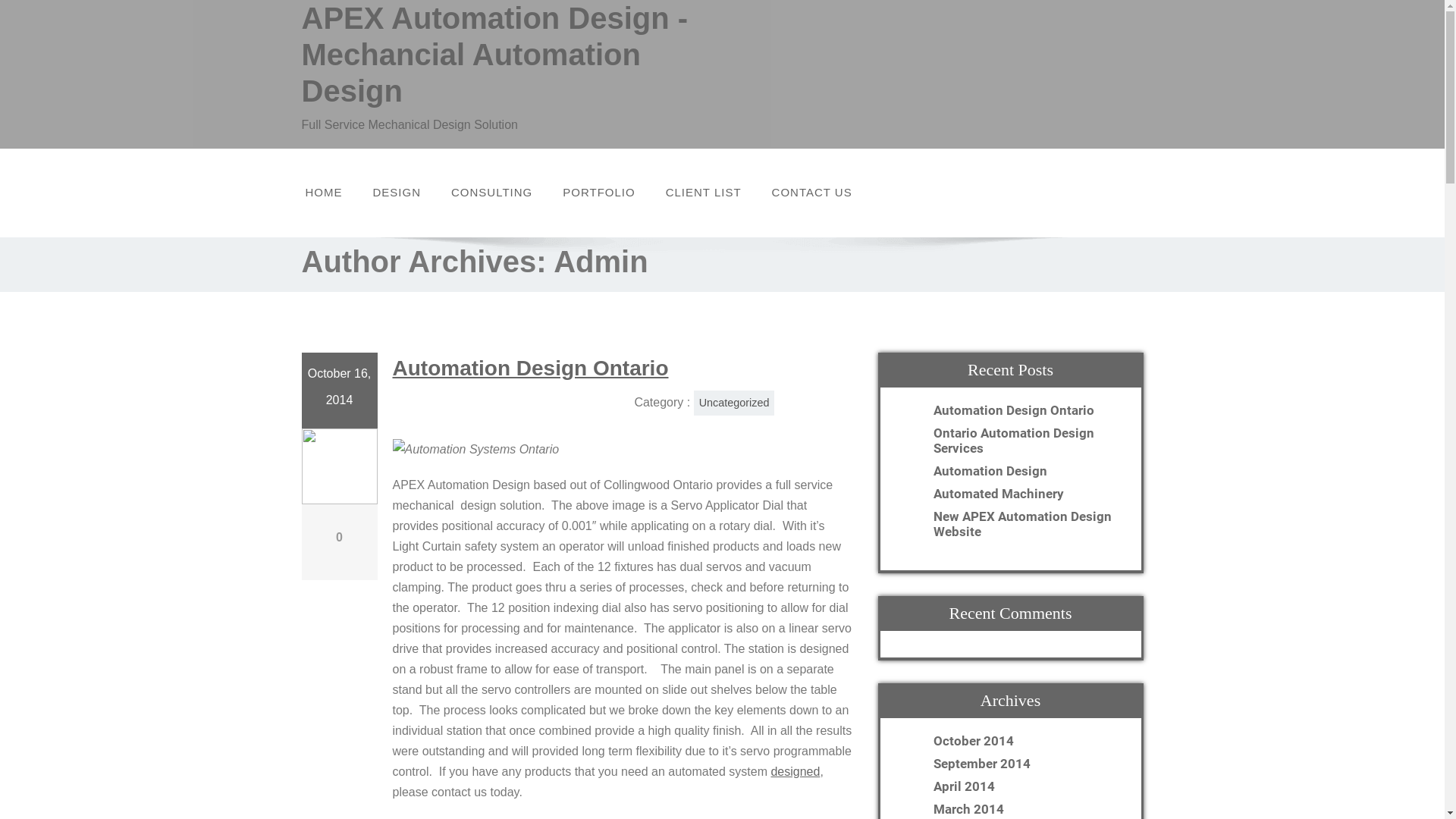 The height and width of the screenshot is (819, 1456). What do you see at coordinates (356, 192) in the screenshot?
I see `'DESIGN'` at bounding box center [356, 192].